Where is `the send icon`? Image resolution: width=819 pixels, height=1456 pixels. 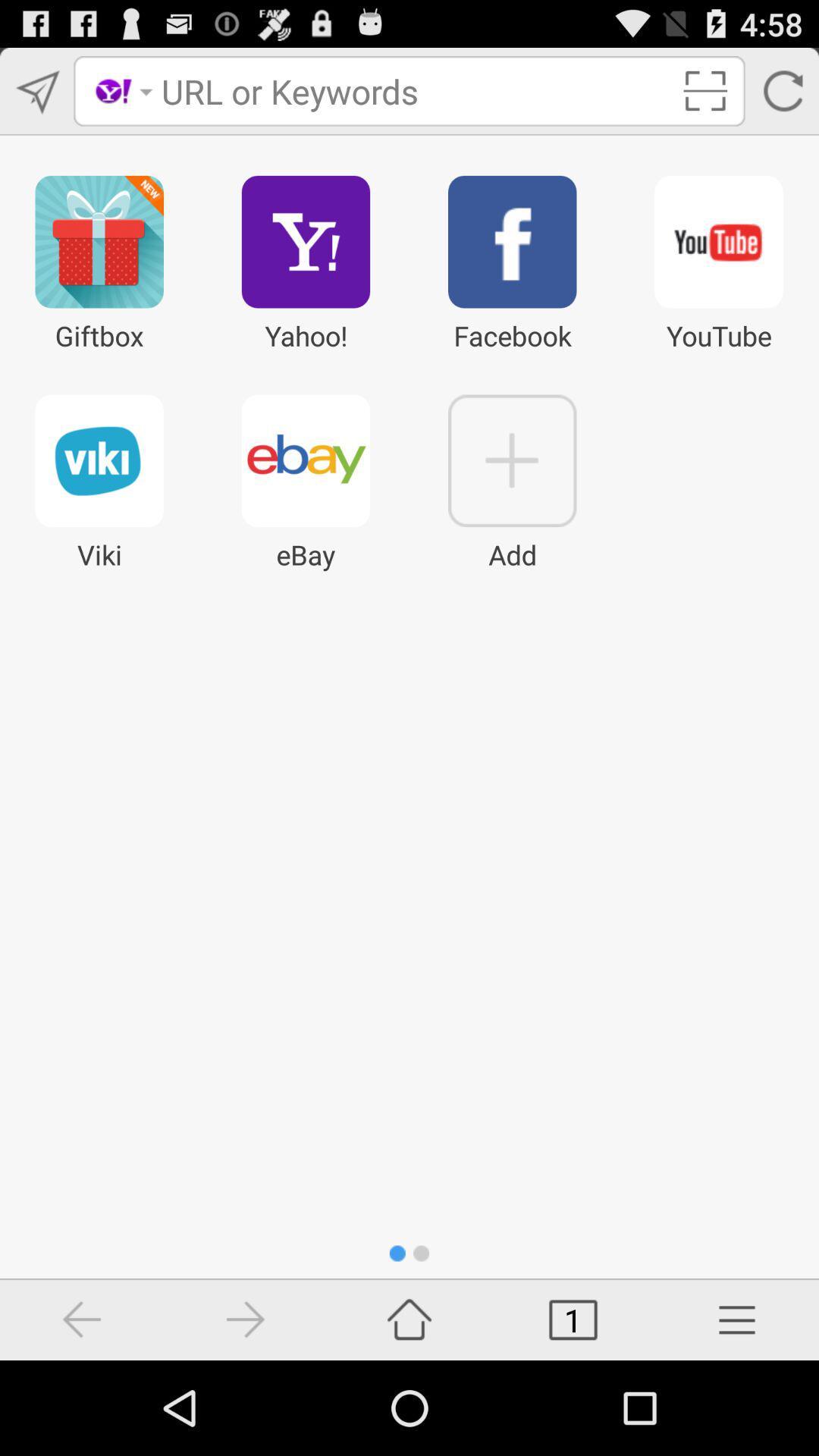 the send icon is located at coordinates (36, 97).